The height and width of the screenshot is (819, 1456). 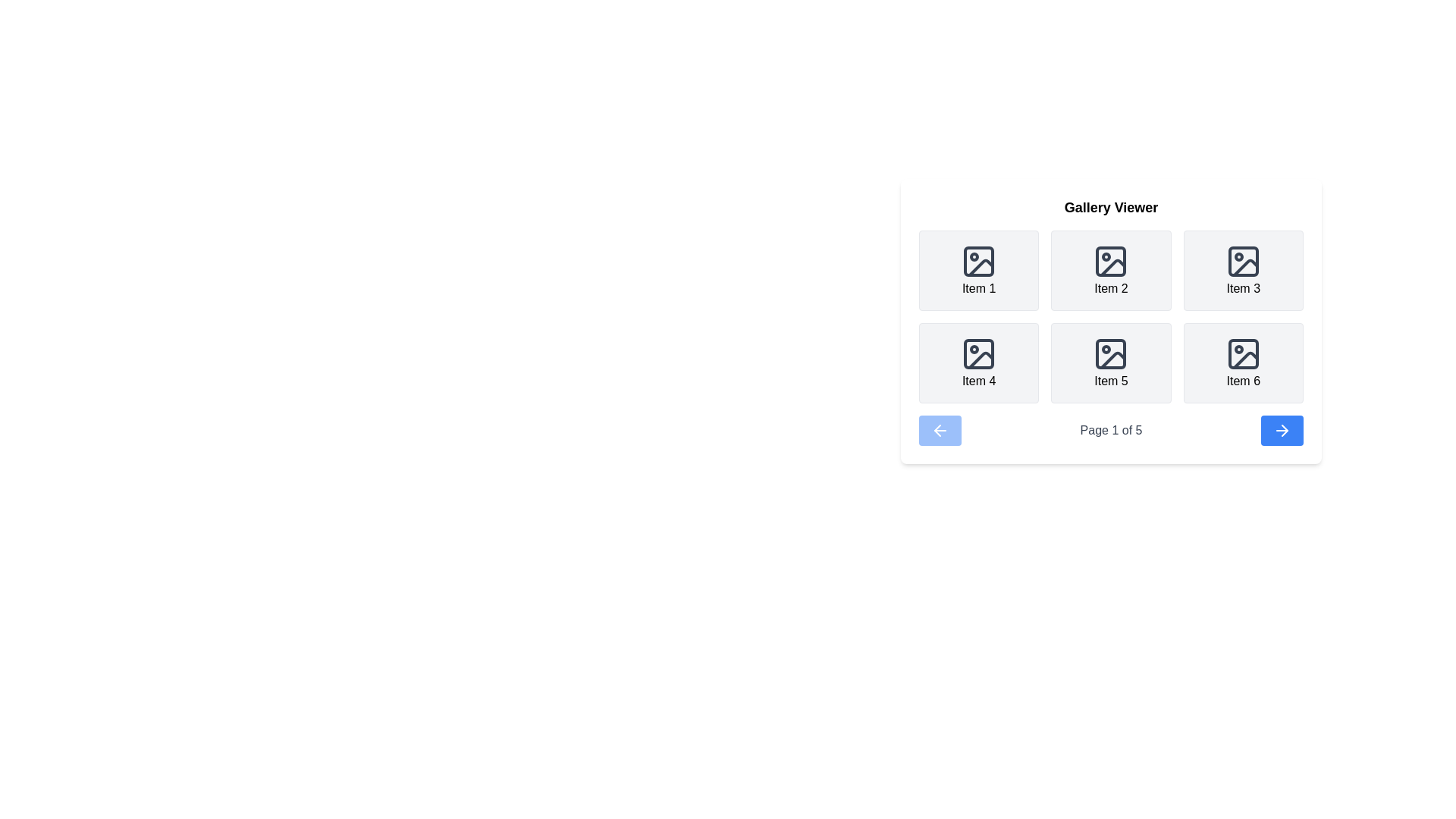 I want to click on the blue button with white text and an arrow icon, so click(x=1281, y=430).